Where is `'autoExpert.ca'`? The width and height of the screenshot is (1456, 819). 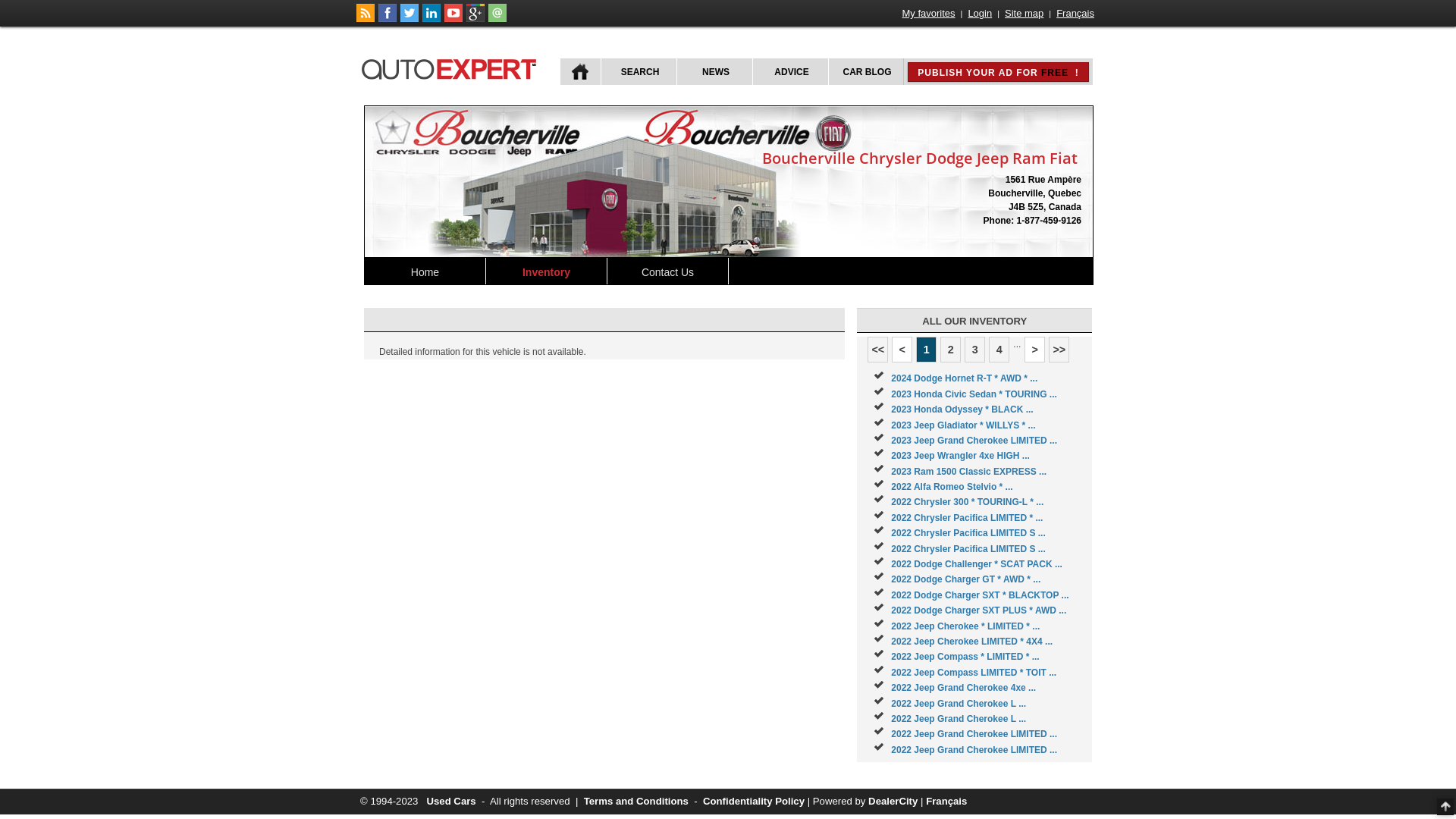 'autoExpert.ca' is located at coordinates (450, 66).